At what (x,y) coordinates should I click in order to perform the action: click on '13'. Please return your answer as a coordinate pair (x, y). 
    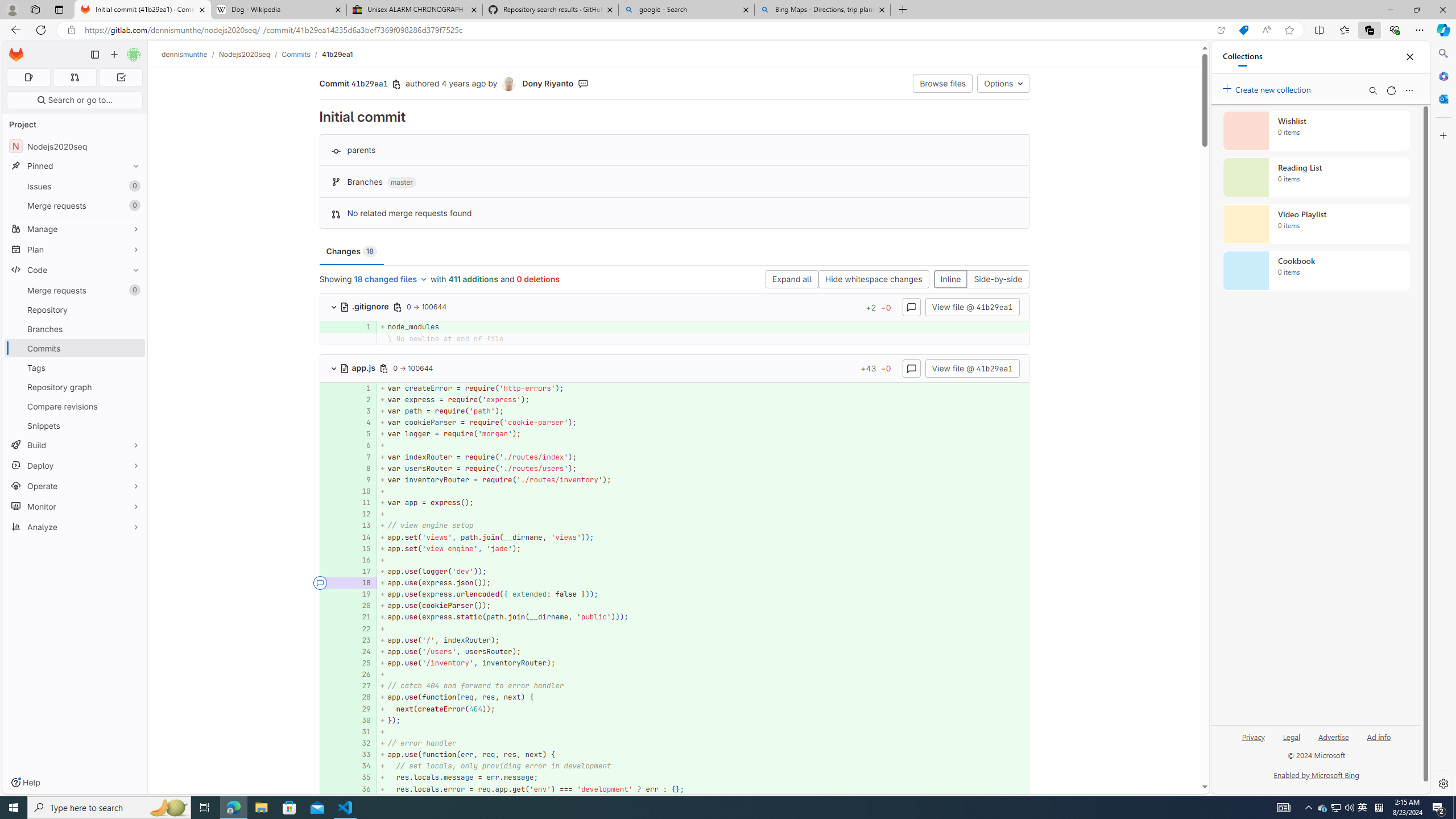
    Looking at the image, I should click on (360, 525).